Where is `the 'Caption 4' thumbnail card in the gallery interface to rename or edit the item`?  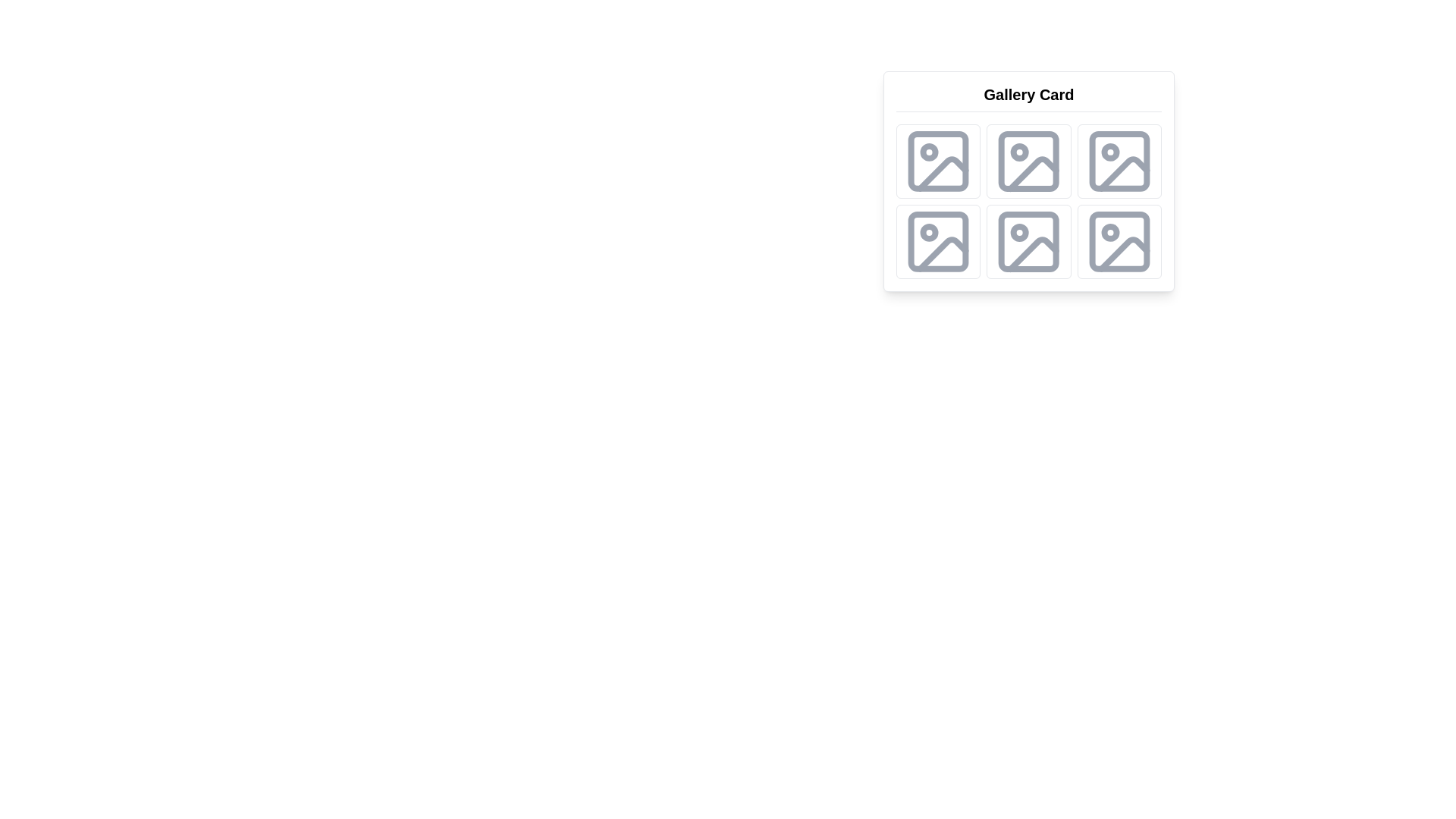
the 'Caption 4' thumbnail card in the gallery interface to rename or edit the item is located at coordinates (937, 241).